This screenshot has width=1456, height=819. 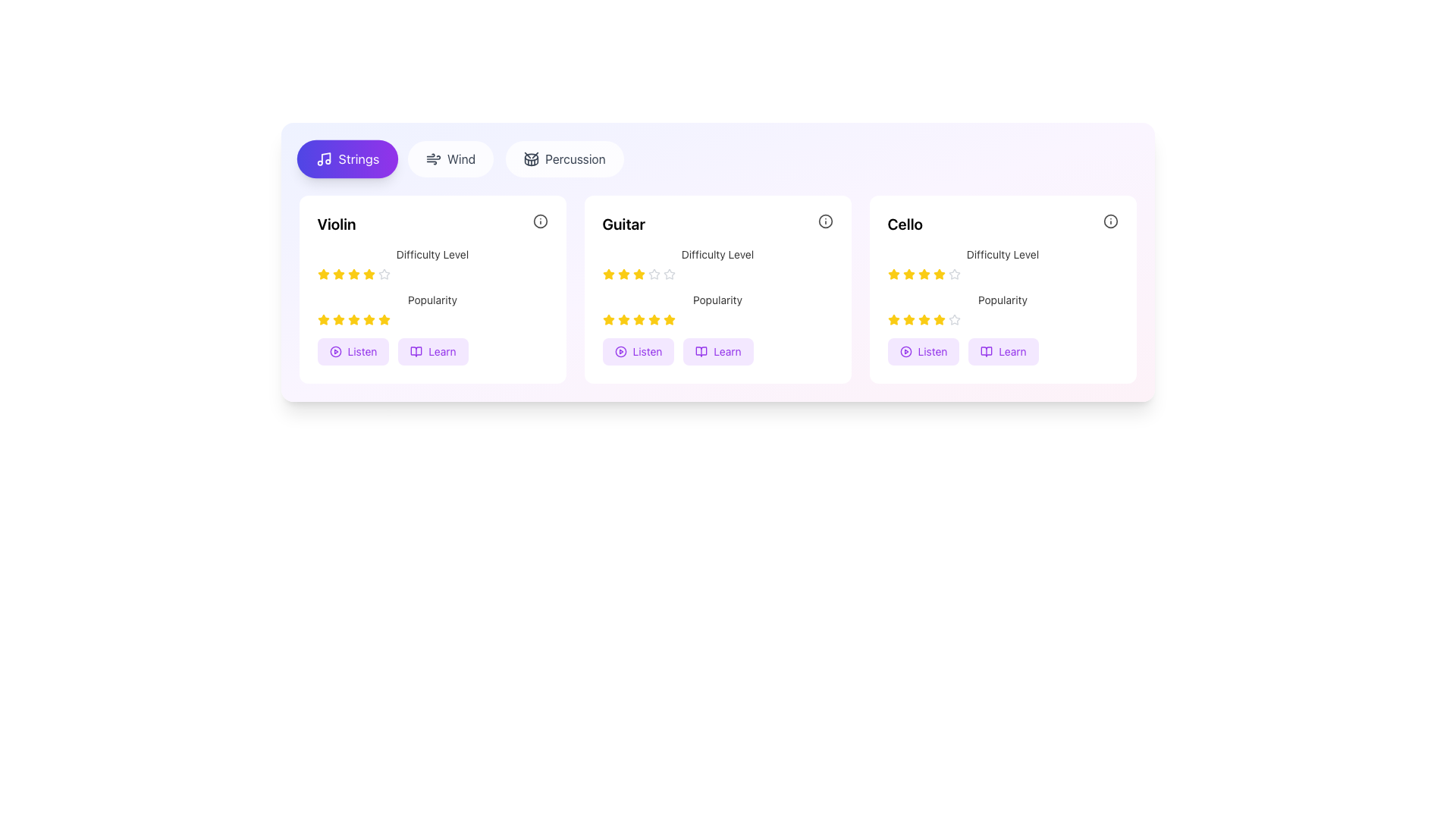 I want to click on the rating displayed by the horizontal arrangement of five star icons within the 'Cello' card under the 'Difficulty Level' section, so click(x=1003, y=275).